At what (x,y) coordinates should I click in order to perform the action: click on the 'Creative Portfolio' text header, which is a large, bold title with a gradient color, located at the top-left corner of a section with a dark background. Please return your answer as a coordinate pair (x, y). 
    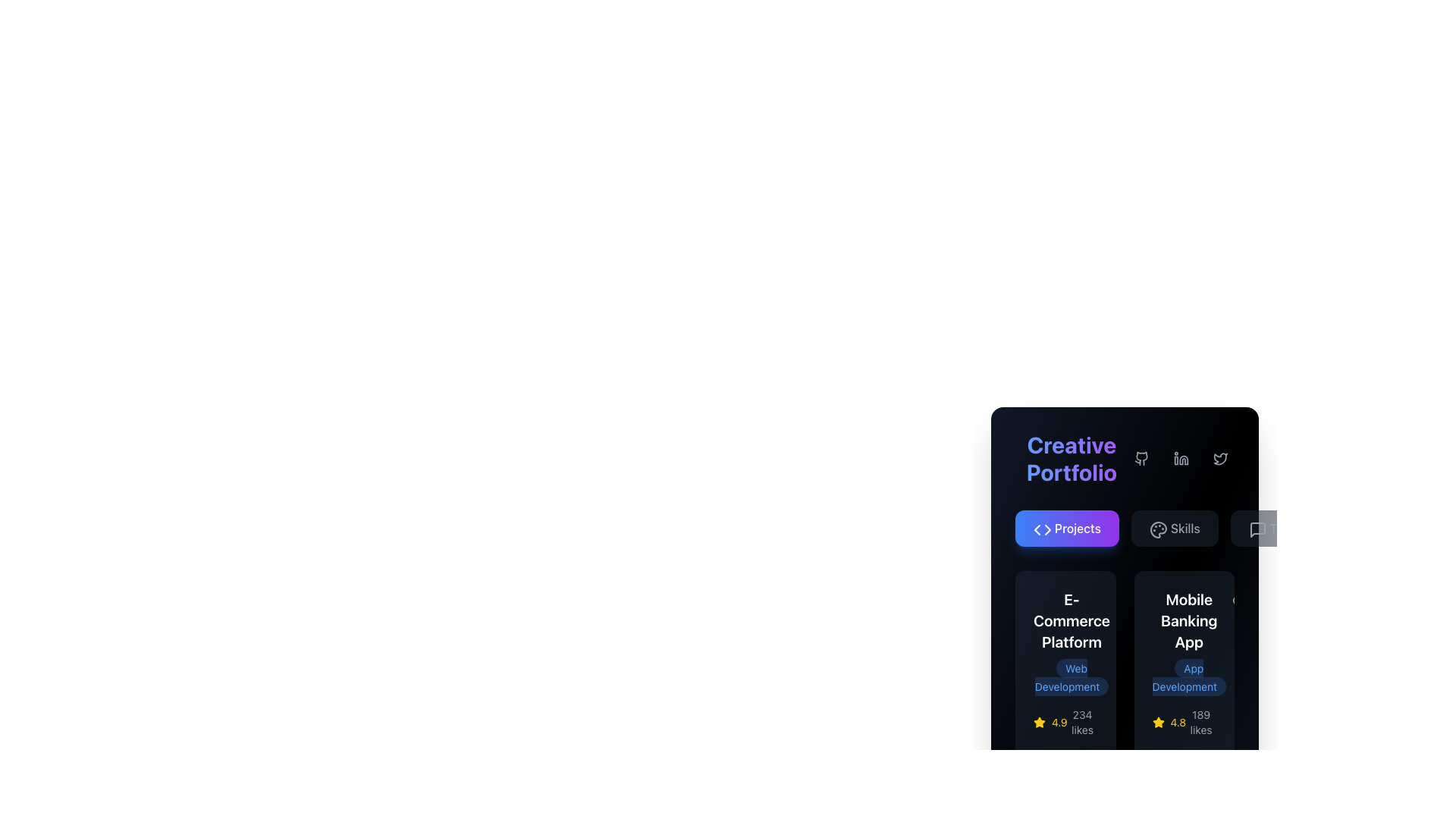
    Looking at the image, I should click on (1071, 458).